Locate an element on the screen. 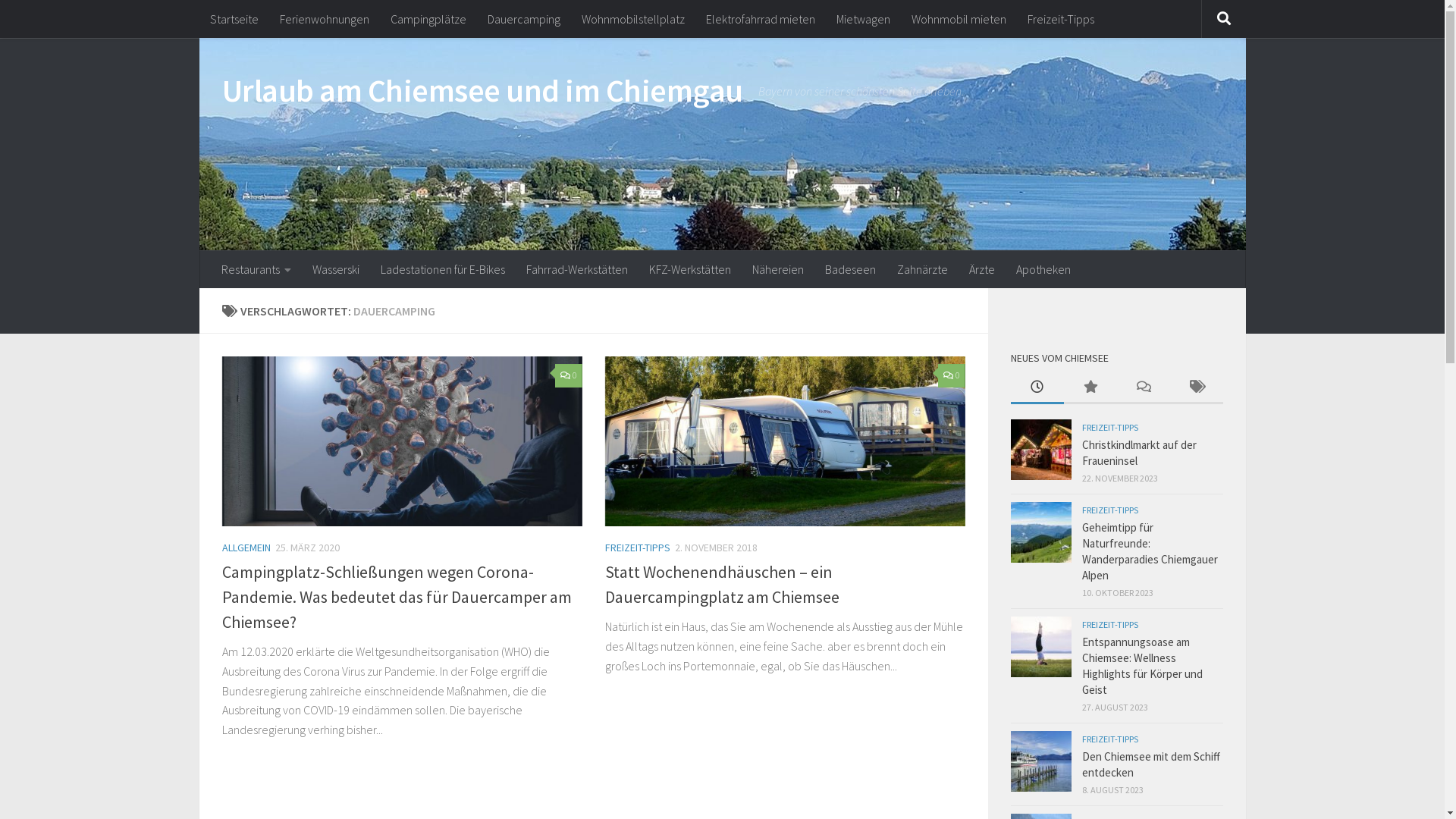 This screenshot has width=1456, height=819. 'Dauercamping' is located at coordinates (523, 18).